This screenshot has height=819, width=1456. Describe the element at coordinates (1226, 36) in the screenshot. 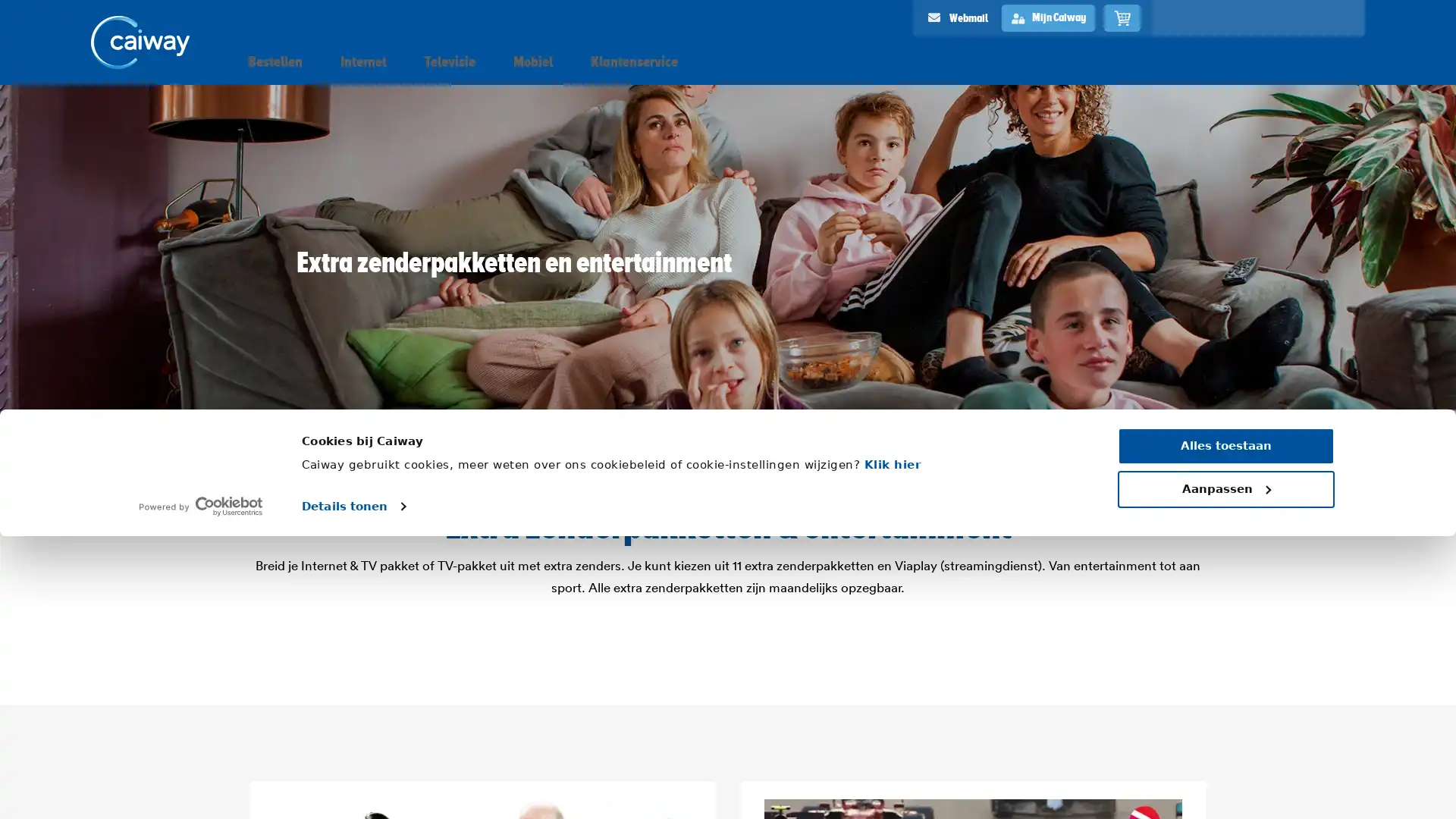

I see `Alles toestaan` at that location.